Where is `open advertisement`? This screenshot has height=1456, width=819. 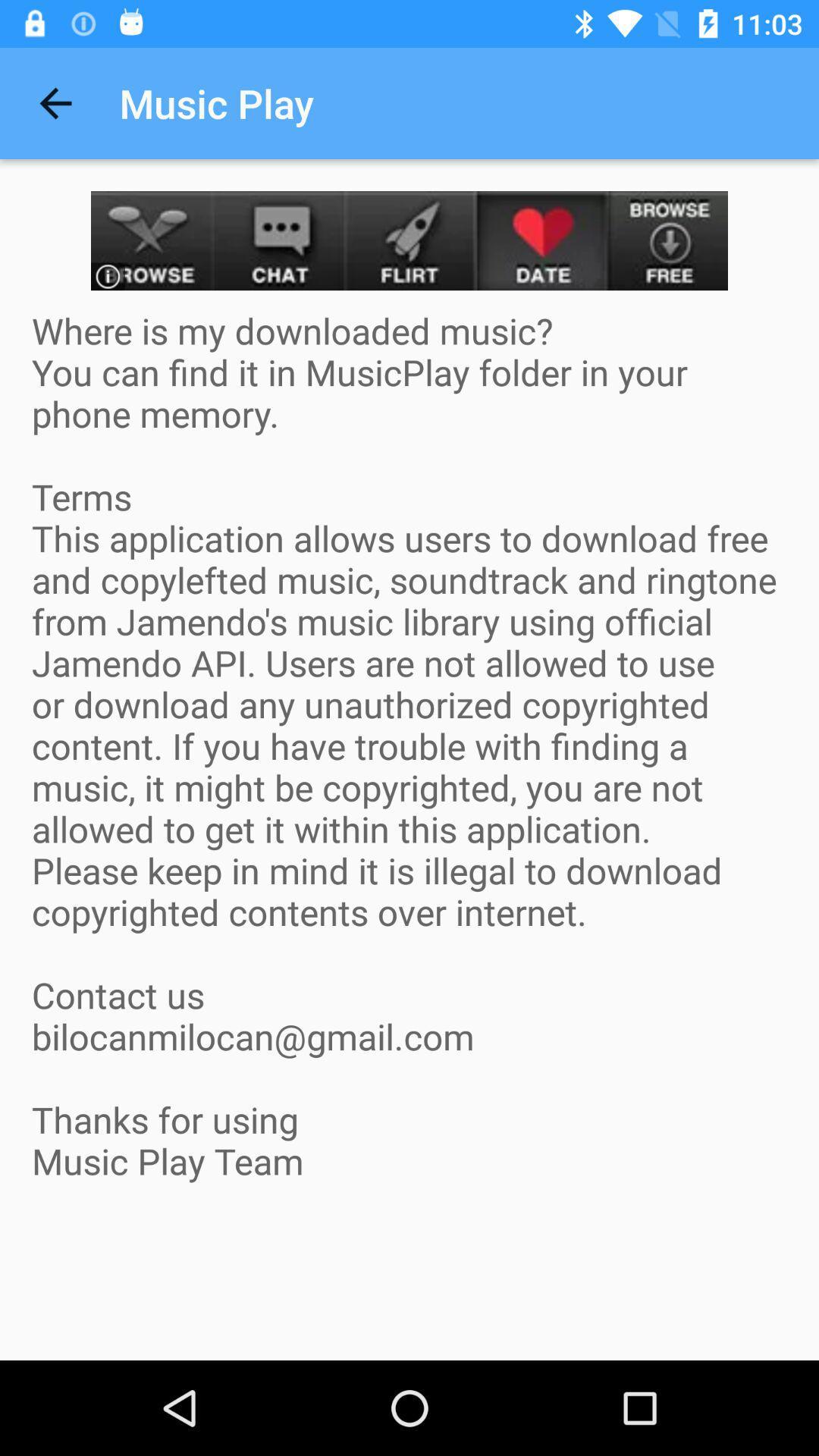
open advertisement is located at coordinates (409, 240).